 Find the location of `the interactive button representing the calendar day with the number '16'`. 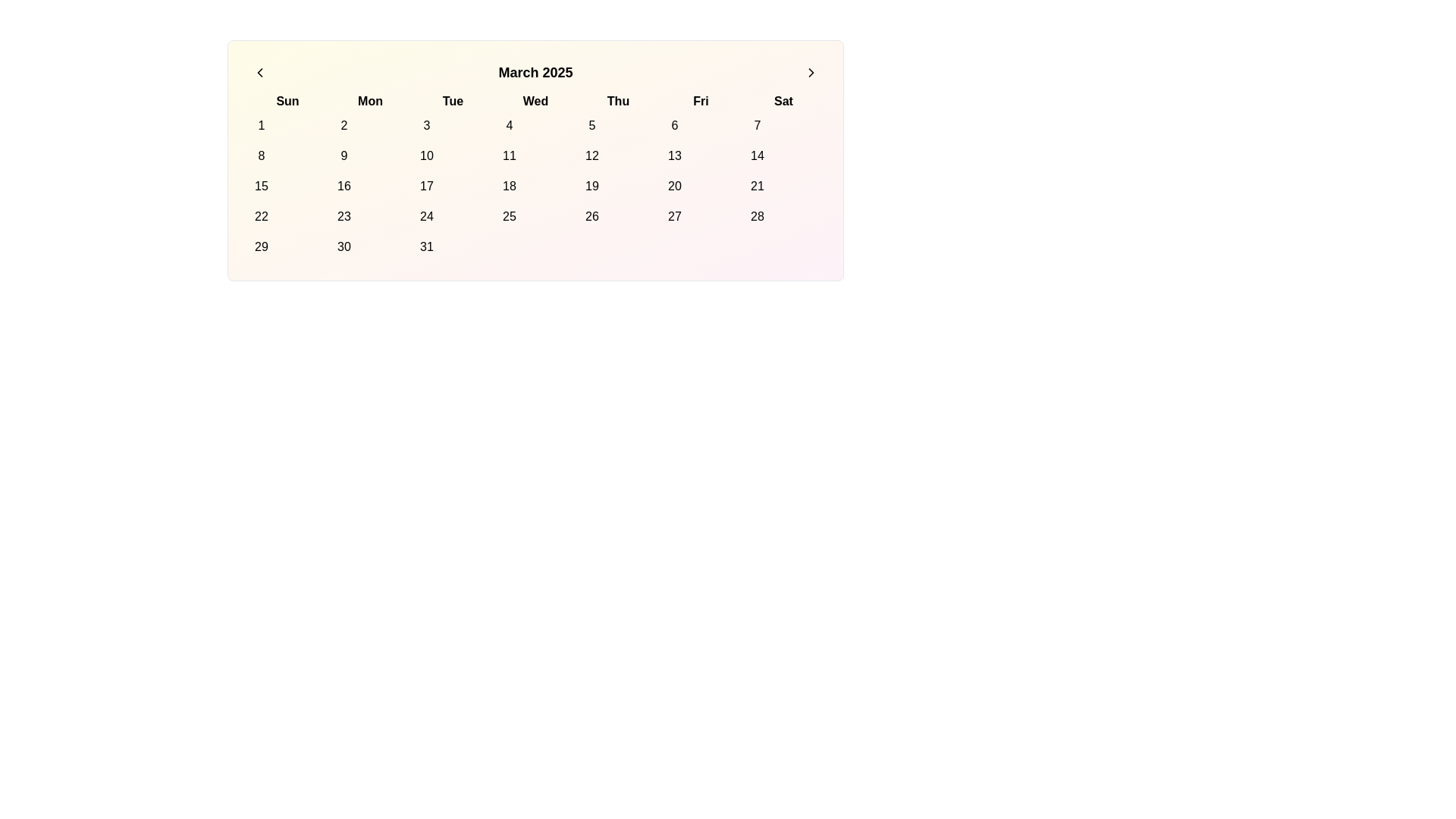

the interactive button representing the calendar day with the number '16' is located at coordinates (344, 186).